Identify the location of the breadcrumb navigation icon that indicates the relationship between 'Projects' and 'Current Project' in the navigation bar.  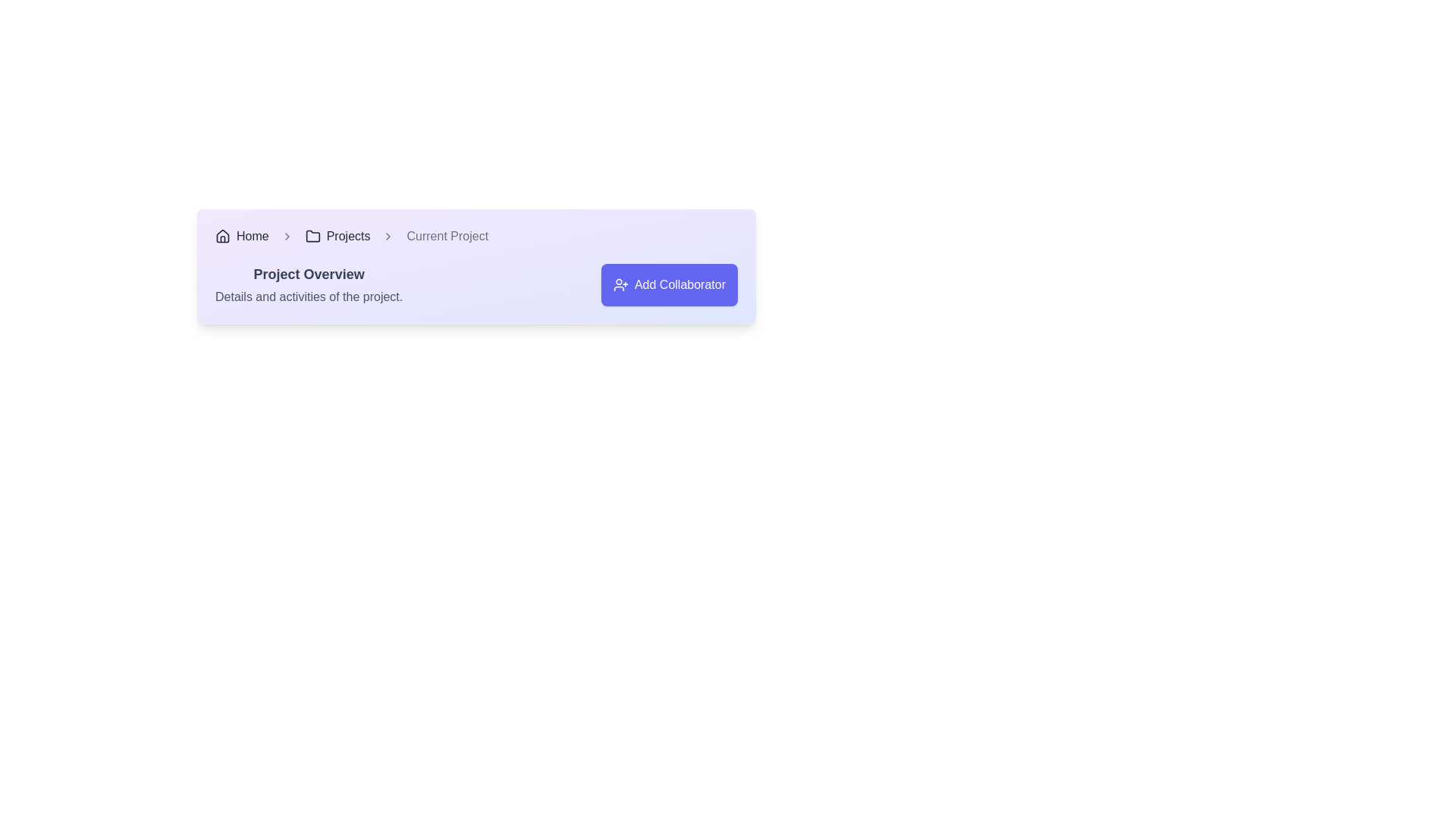
(388, 237).